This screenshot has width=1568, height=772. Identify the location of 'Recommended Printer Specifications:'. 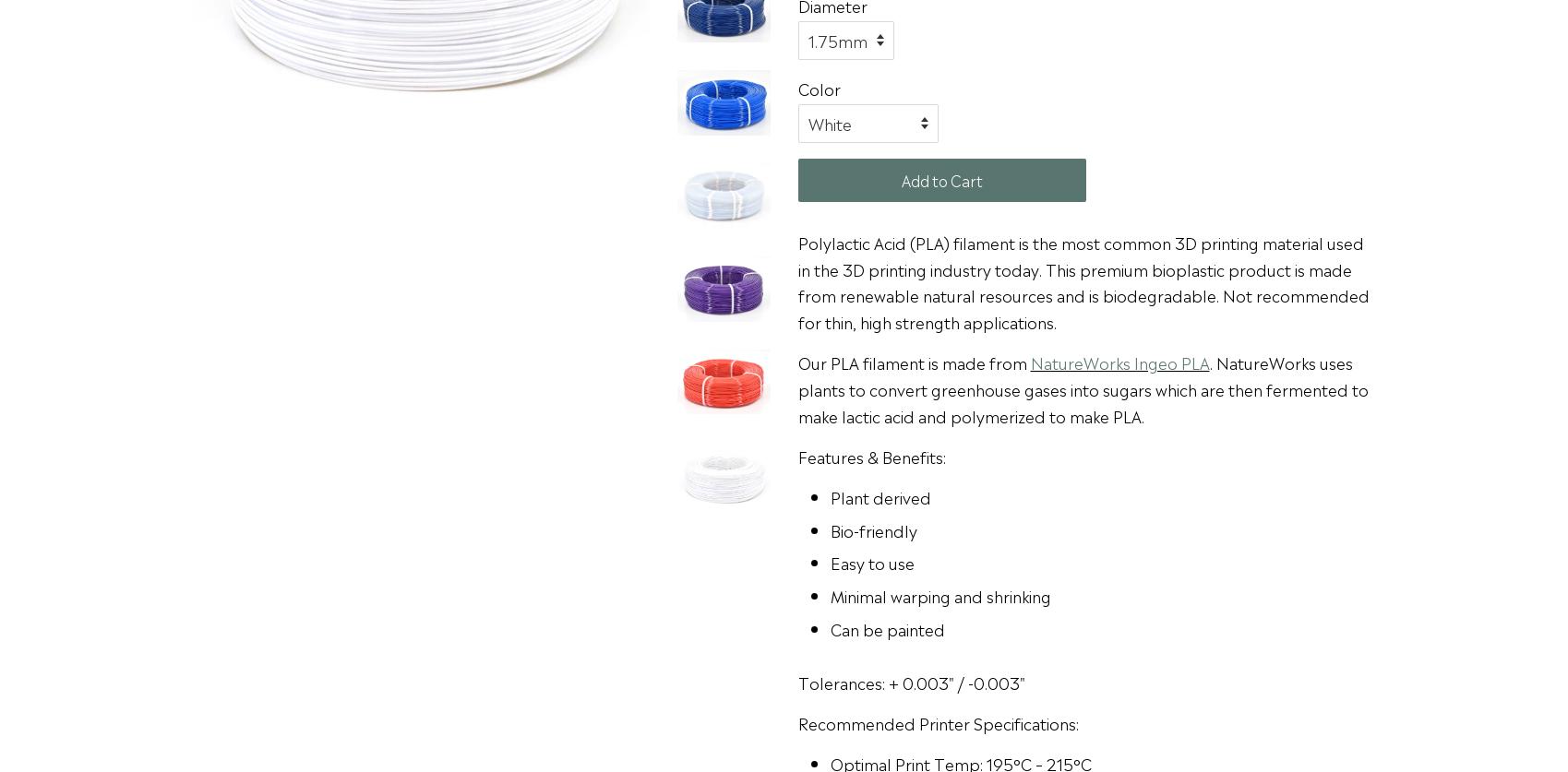
(938, 721).